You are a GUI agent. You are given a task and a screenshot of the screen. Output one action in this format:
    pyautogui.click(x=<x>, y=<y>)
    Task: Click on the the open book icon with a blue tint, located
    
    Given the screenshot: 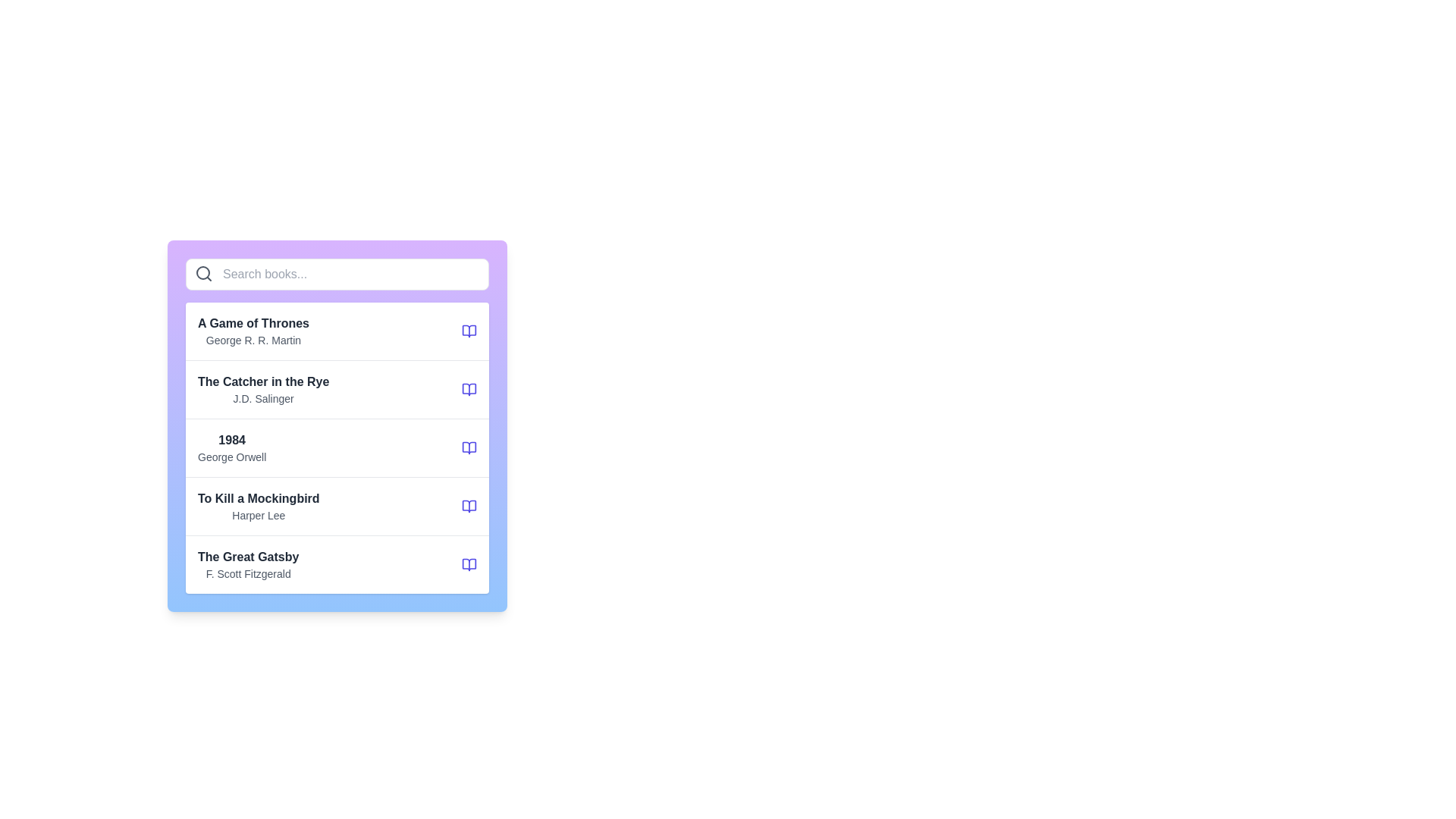 What is the action you would take?
    pyautogui.click(x=469, y=447)
    